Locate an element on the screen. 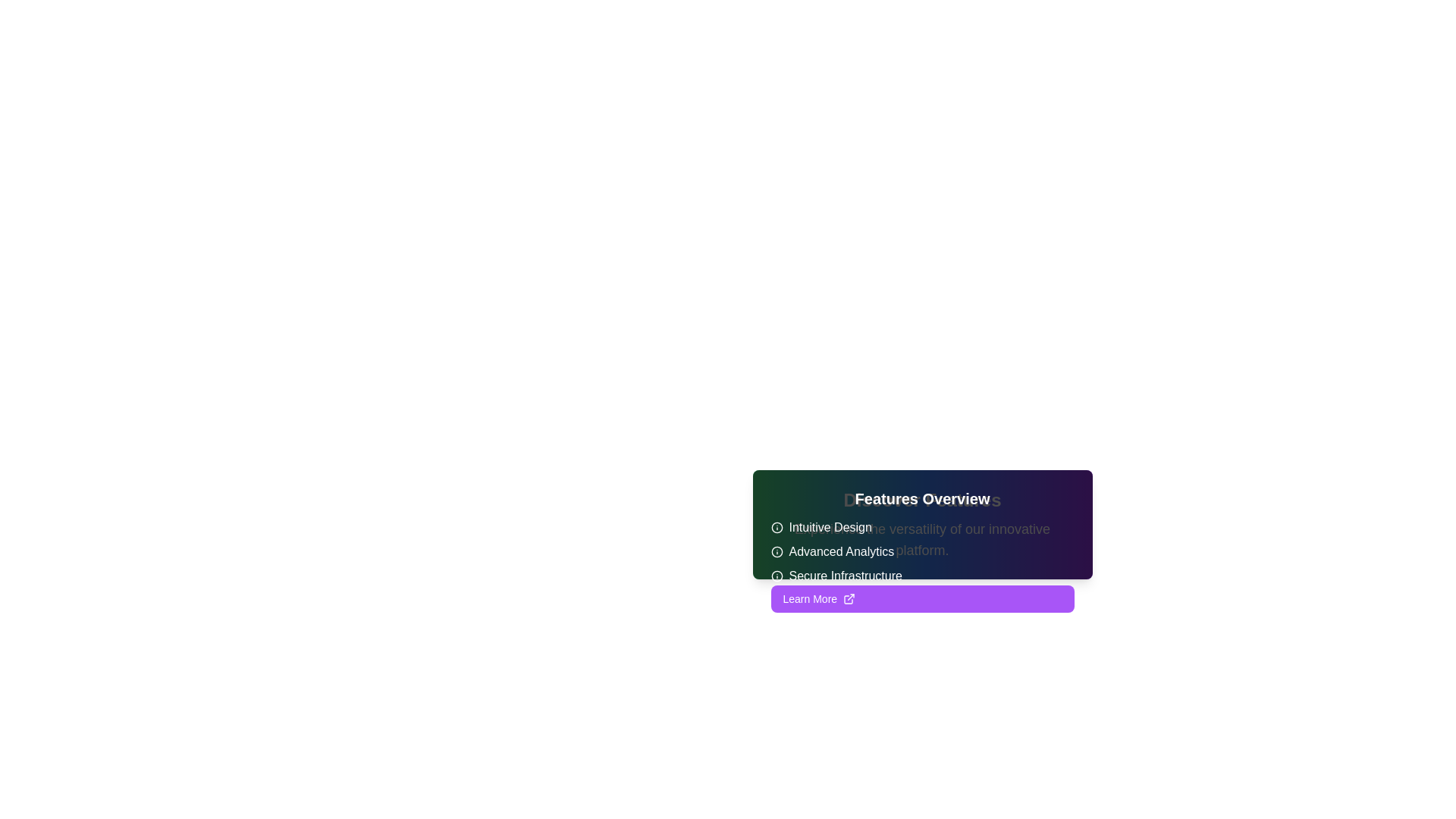 The width and height of the screenshot is (1456, 819). second item in the vertically stacked list of features titled 'Features Overview', which outlines advanced analytical capabilities is located at coordinates (921, 552).